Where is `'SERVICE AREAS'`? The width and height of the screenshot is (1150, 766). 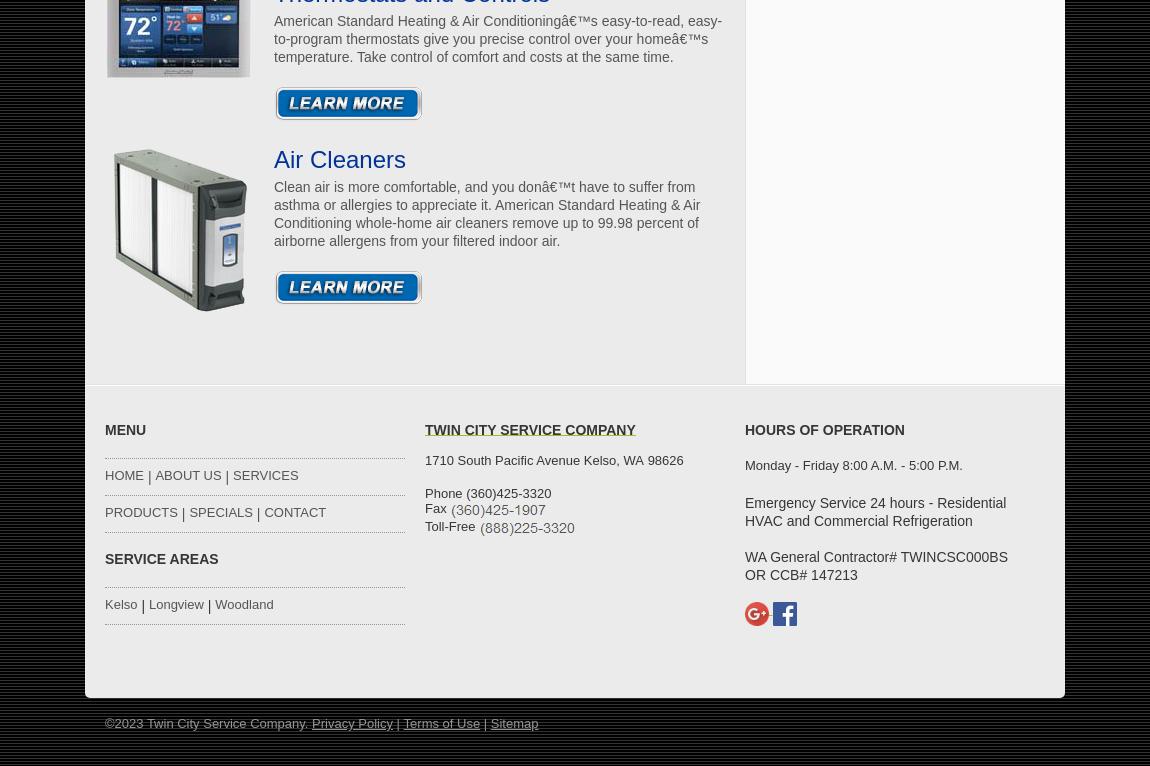
'SERVICE AREAS' is located at coordinates (103, 558).